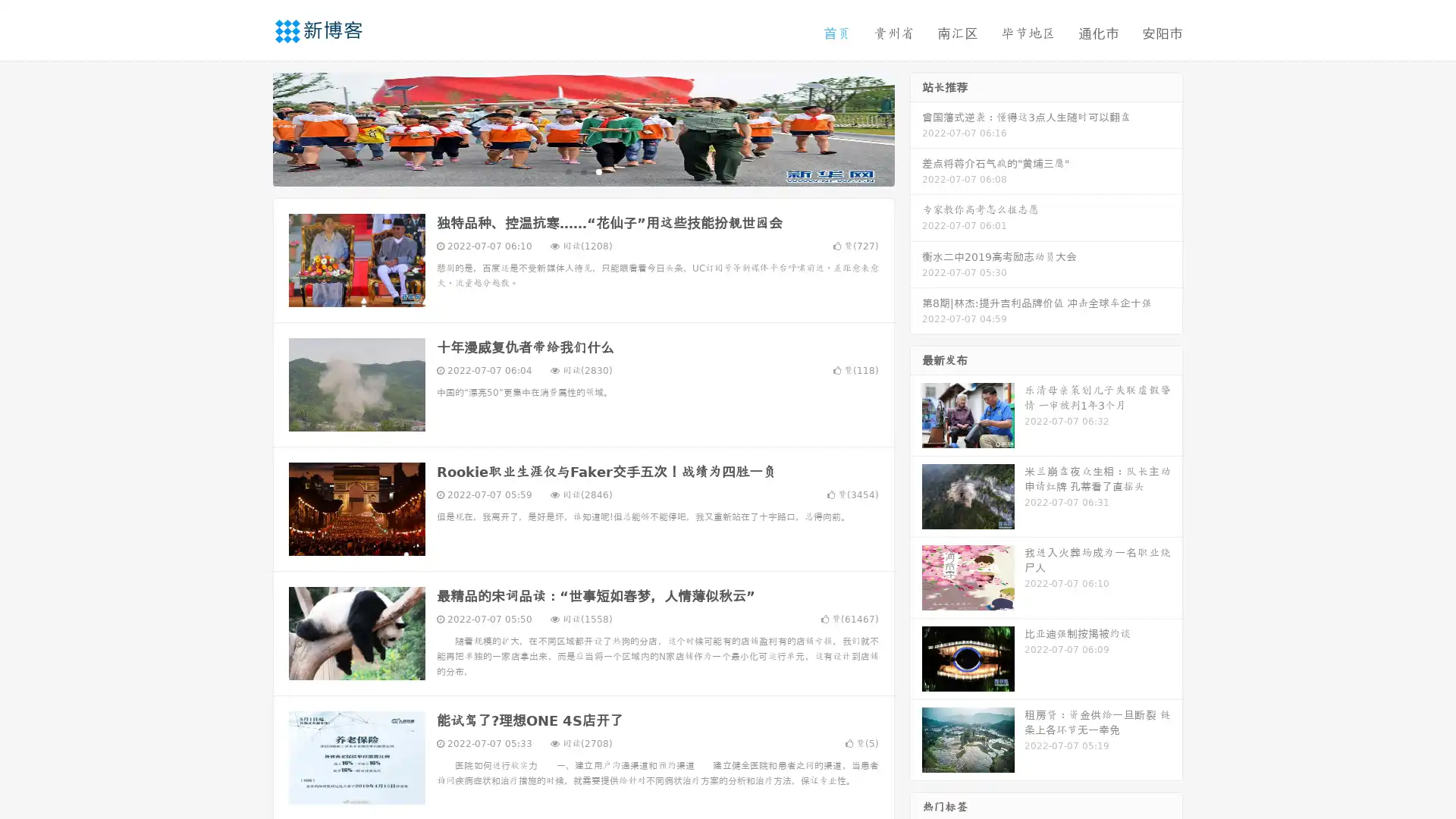  What do you see at coordinates (916, 127) in the screenshot?
I see `Next slide` at bounding box center [916, 127].